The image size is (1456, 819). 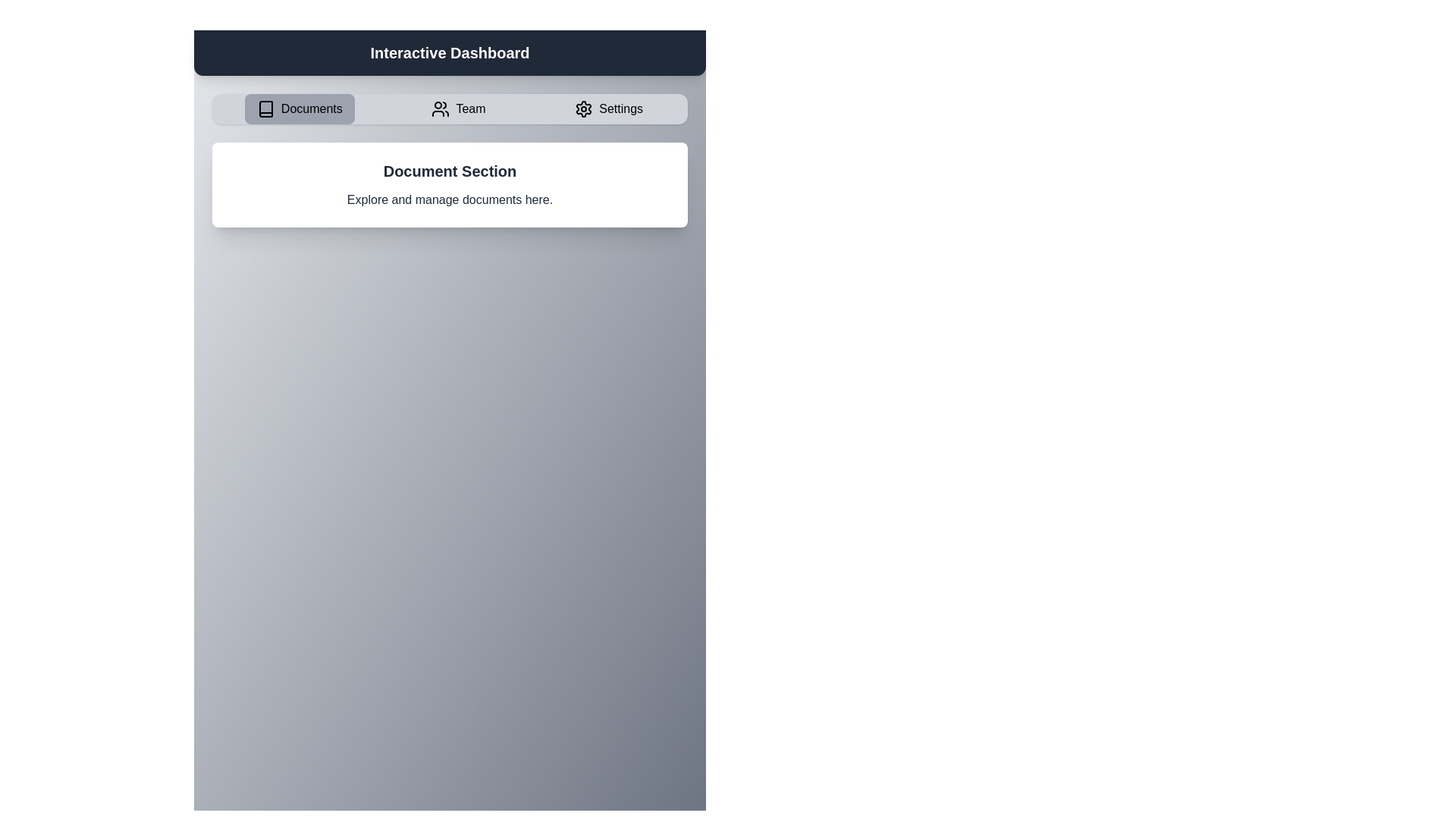 What do you see at coordinates (457, 108) in the screenshot?
I see `the second button in the horizontal navigation bar` at bounding box center [457, 108].